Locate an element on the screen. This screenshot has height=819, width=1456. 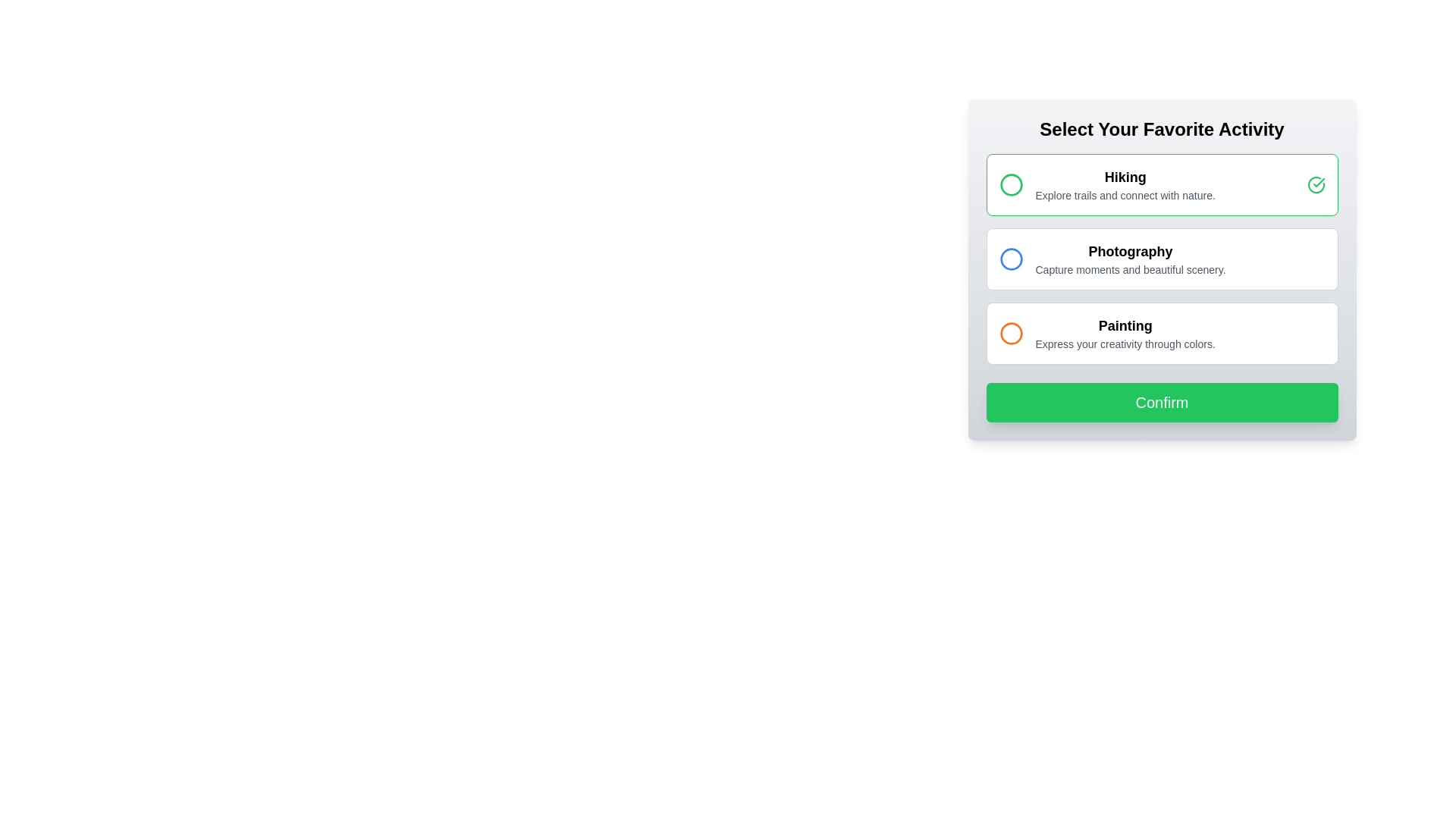
the text content displaying 'Hiking', which is the bold title in the first option under 'Select Your Favorite Activity' is located at coordinates (1125, 184).